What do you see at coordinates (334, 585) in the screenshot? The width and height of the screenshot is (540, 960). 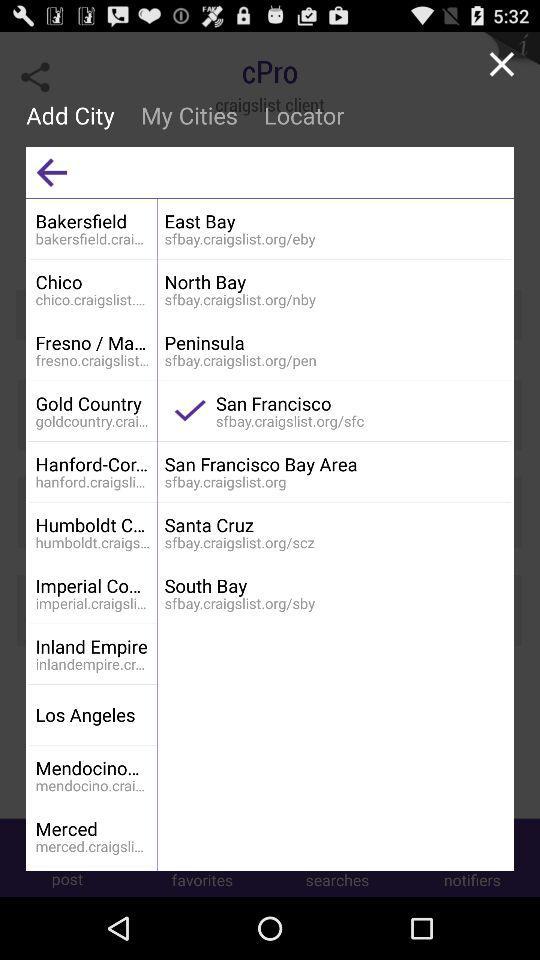 I see `south bay icon` at bounding box center [334, 585].